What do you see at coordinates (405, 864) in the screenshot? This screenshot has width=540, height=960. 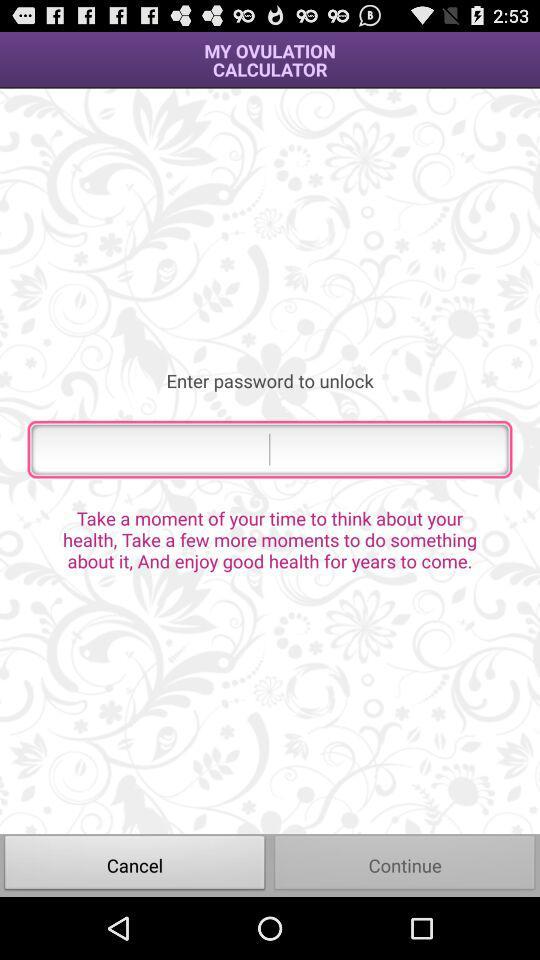 I see `icon to the right of the cancel icon` at bounding box center [405, 864].